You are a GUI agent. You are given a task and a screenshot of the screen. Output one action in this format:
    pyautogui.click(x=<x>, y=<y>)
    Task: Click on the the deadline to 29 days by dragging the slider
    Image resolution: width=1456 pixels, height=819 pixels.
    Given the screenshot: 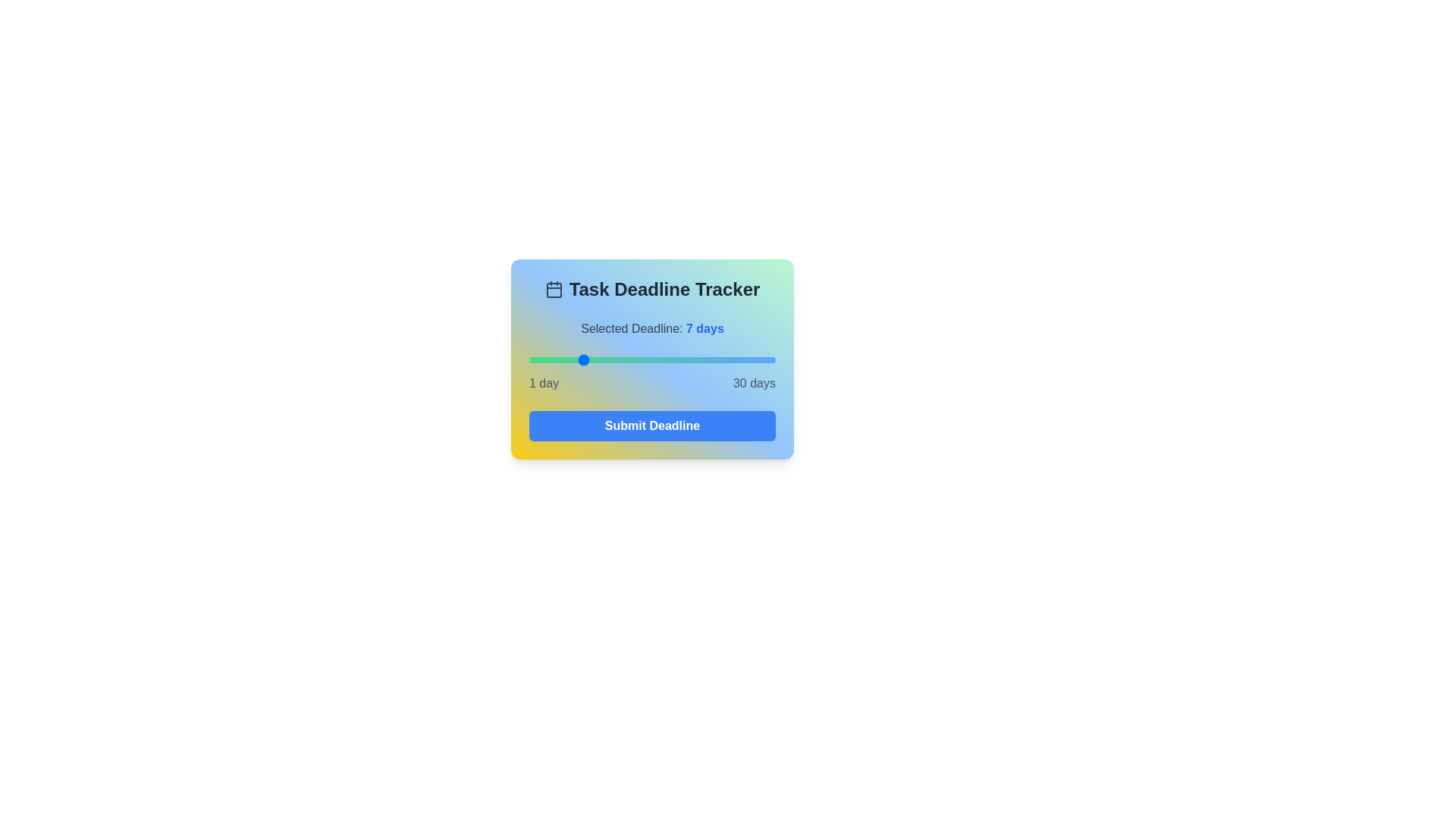 What is the action you would take?
    pyautogui.click(x=767, y=359)
    